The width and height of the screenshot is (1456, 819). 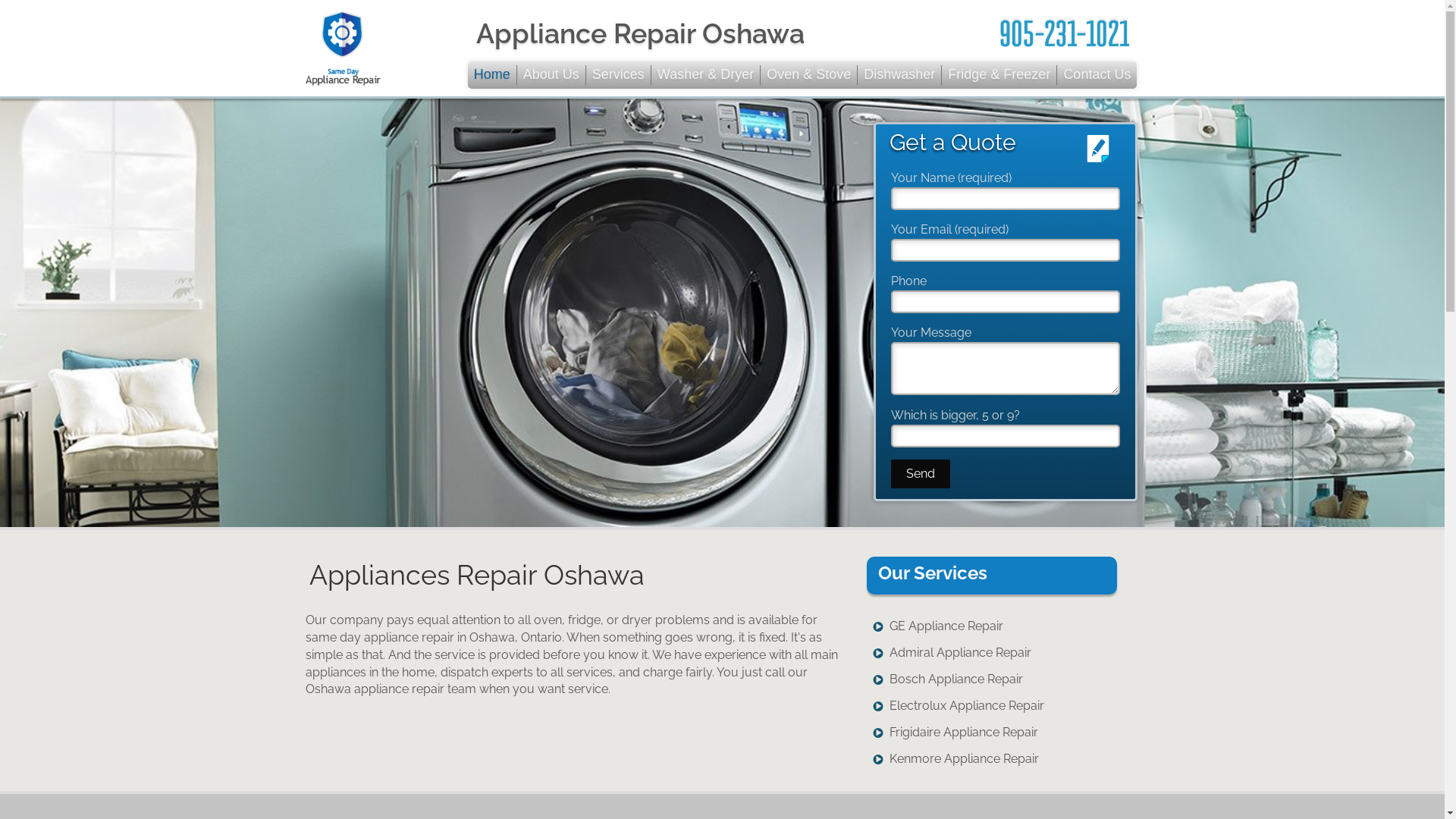 I want to click on 'Home', so click(x=492, y=75).